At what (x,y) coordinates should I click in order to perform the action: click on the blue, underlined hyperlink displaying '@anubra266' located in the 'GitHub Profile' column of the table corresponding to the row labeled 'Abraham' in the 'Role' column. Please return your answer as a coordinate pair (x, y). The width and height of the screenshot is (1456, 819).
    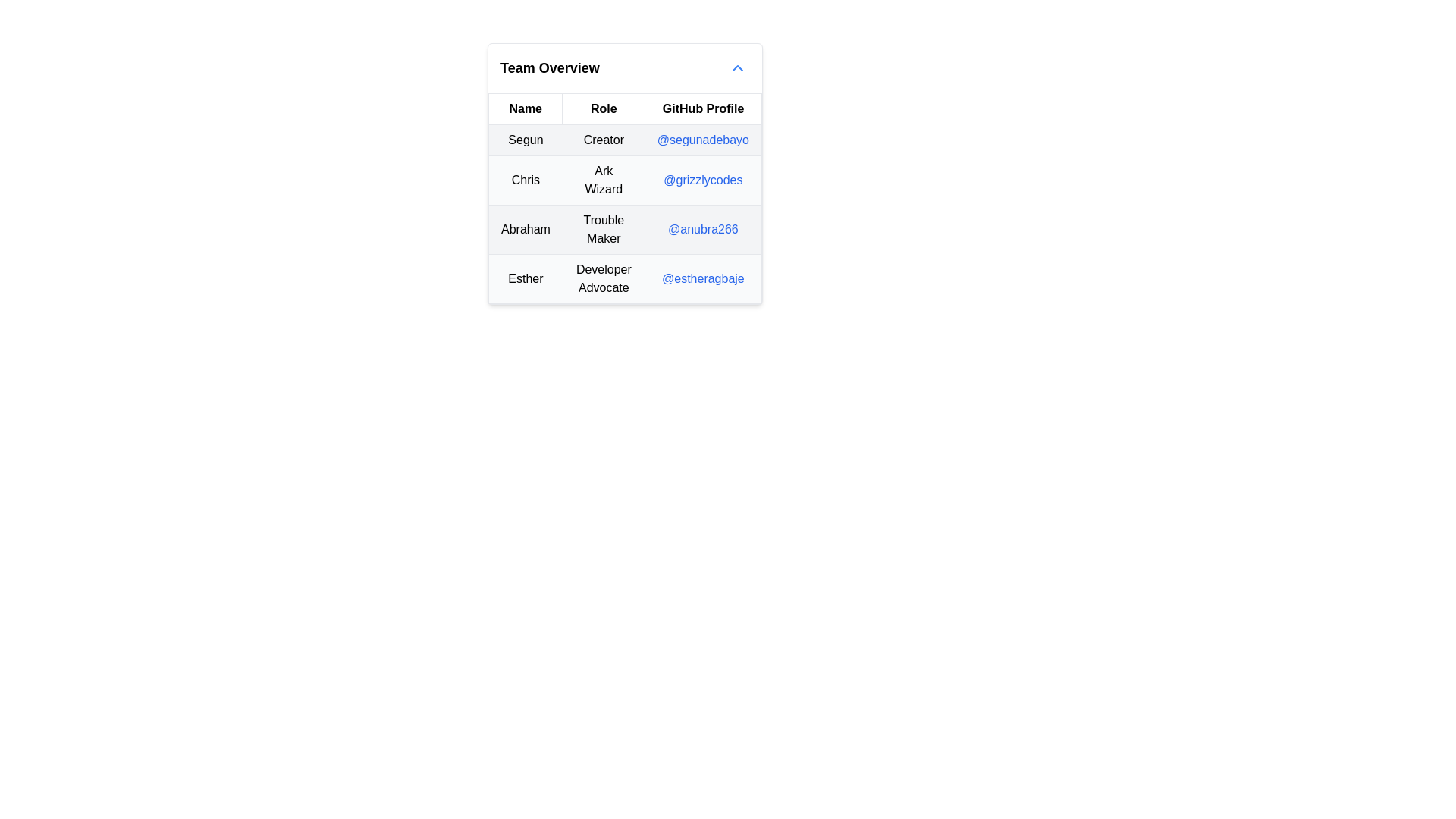
    Looking at the image, I should click on (702, 229).